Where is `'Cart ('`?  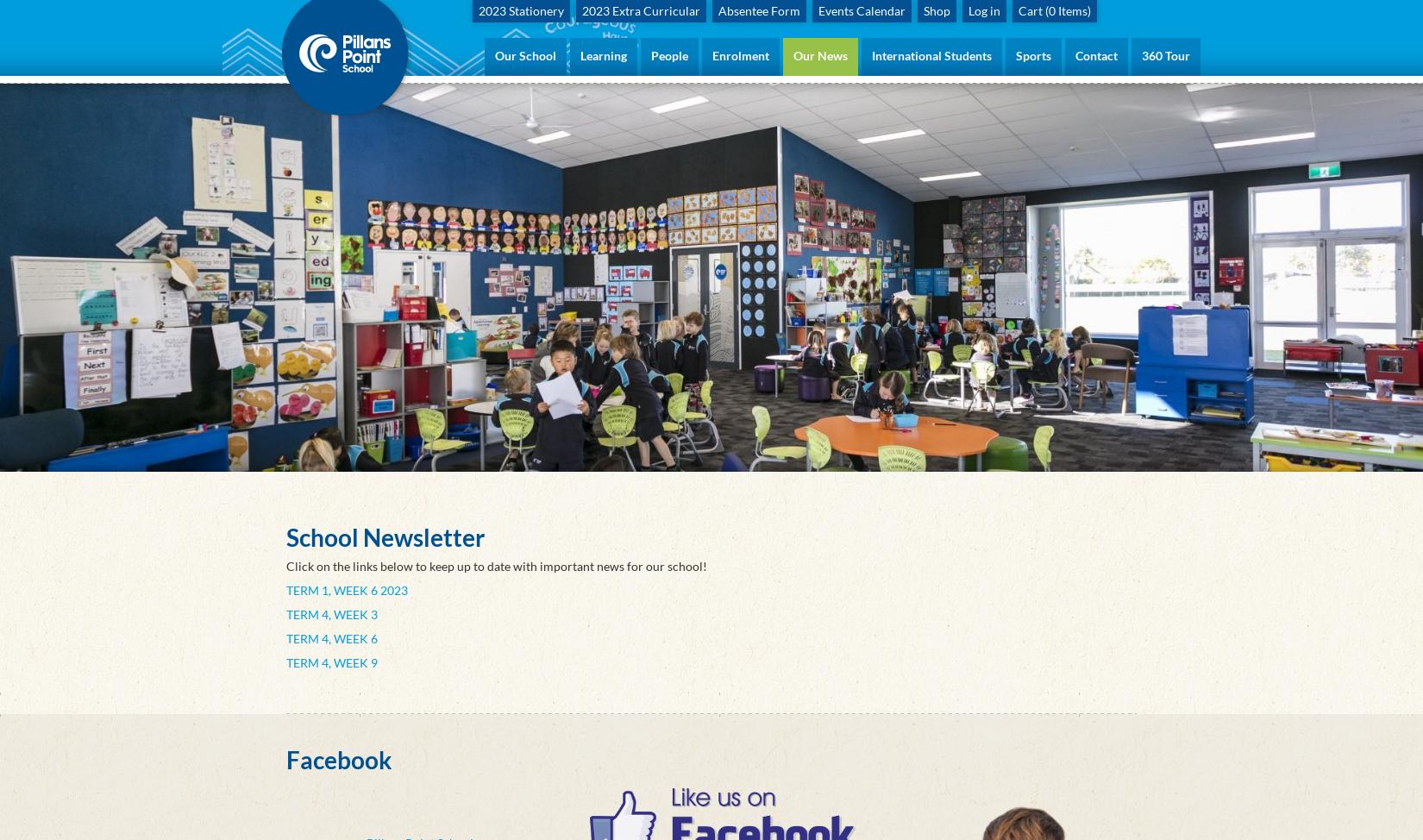 'Cart (' is located at coordinates (1033, 10).